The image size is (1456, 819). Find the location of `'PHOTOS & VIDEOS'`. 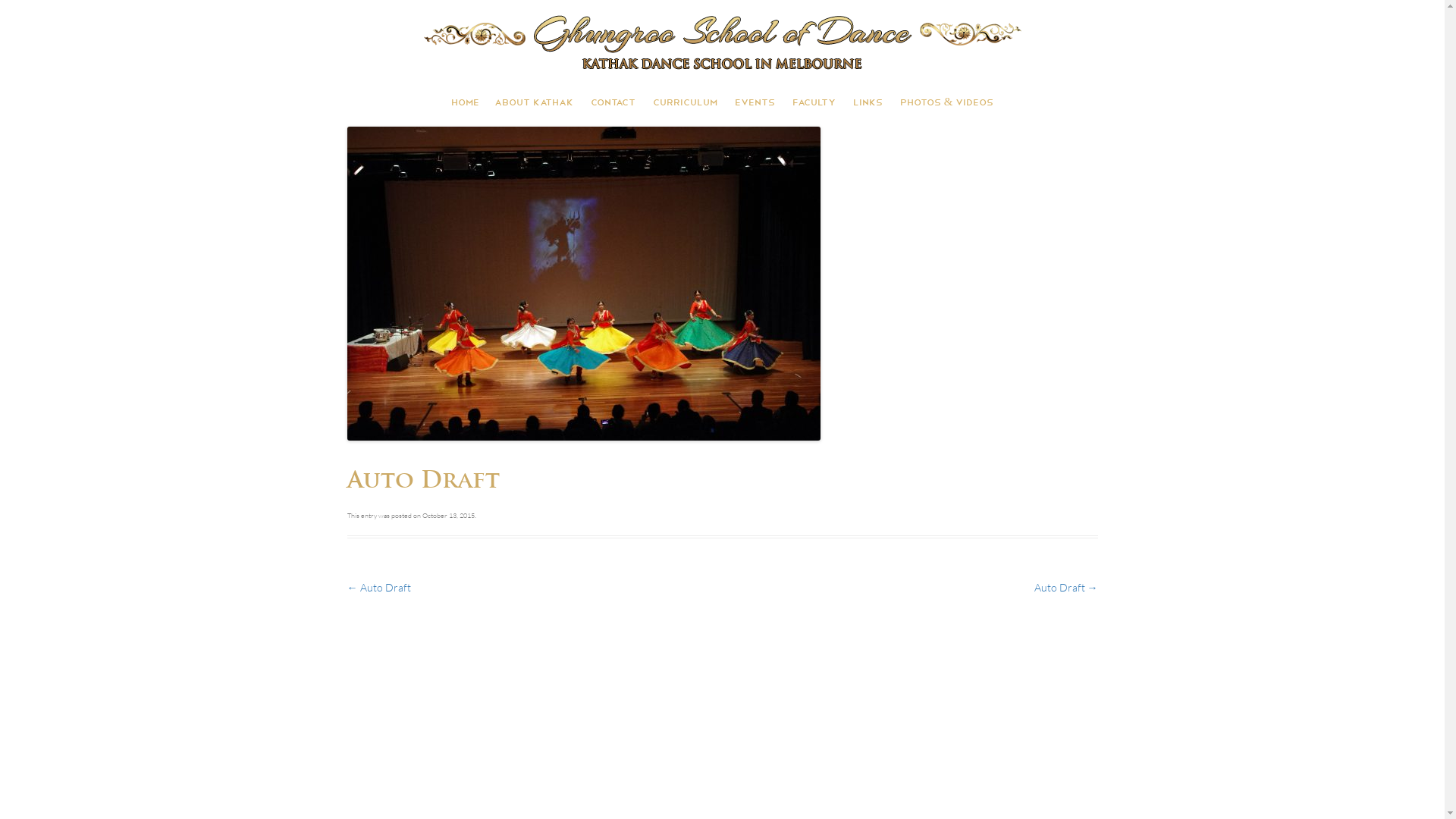

'PHOTOS & VIDEOS' is located at coordinates (946, 102).